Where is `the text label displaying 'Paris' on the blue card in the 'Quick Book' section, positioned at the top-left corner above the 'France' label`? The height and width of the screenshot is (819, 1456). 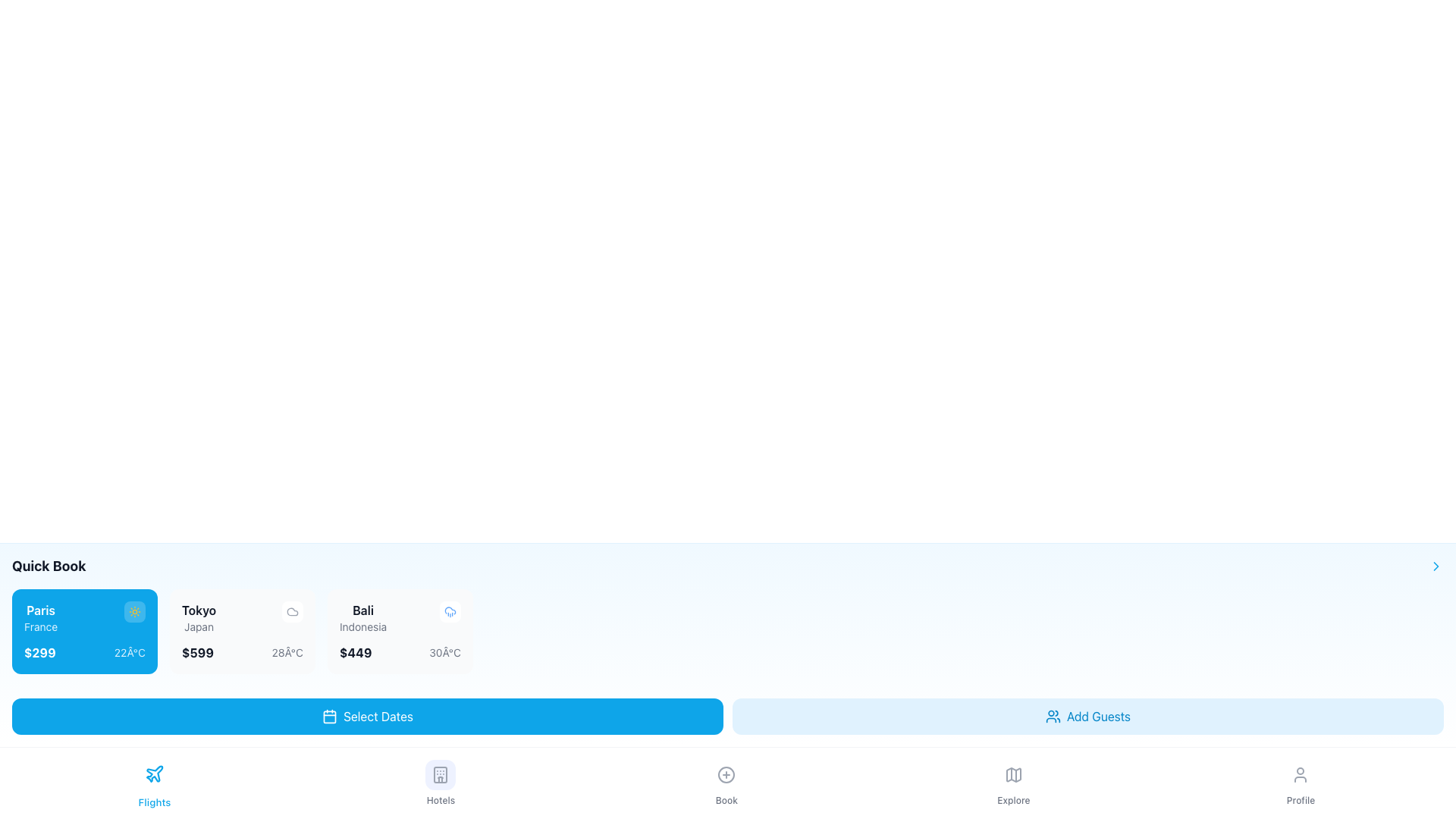 the text label displaying 'Paris' on the blue card in the 'Quick Book' section, positioned at the top-left corner above the 'France' label is located at coordinates (41, 610).